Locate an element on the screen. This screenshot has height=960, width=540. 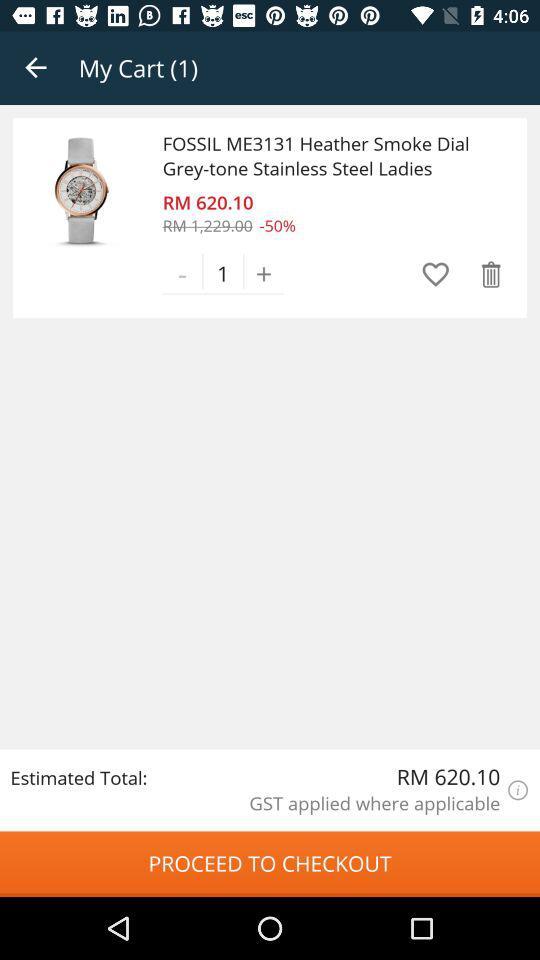
the app to the left of the my cart (1) icon is located at coordinates (36, 68).